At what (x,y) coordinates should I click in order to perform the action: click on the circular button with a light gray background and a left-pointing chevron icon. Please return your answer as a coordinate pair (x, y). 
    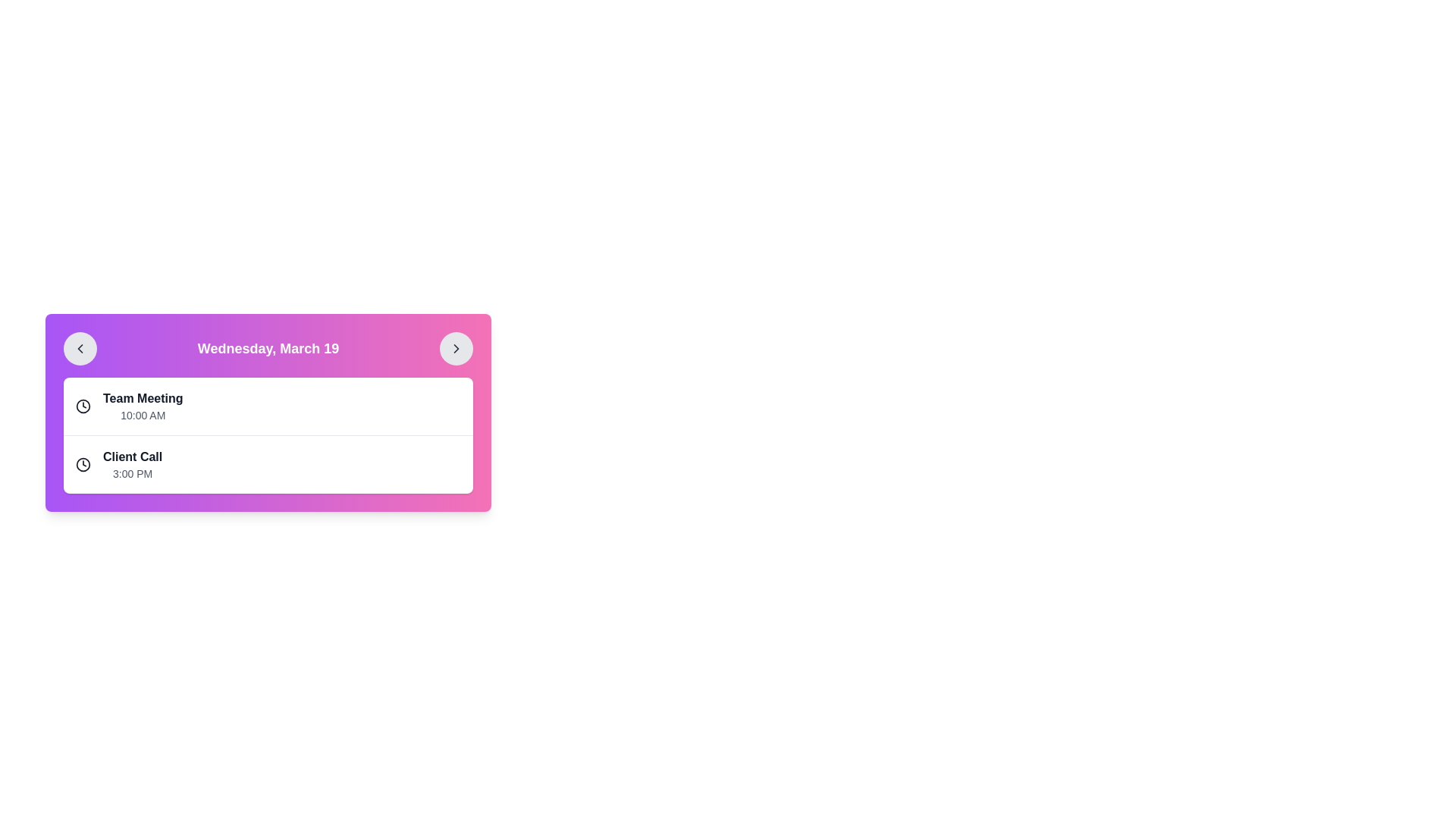
    Looking at the image, I should click on (79, 348).